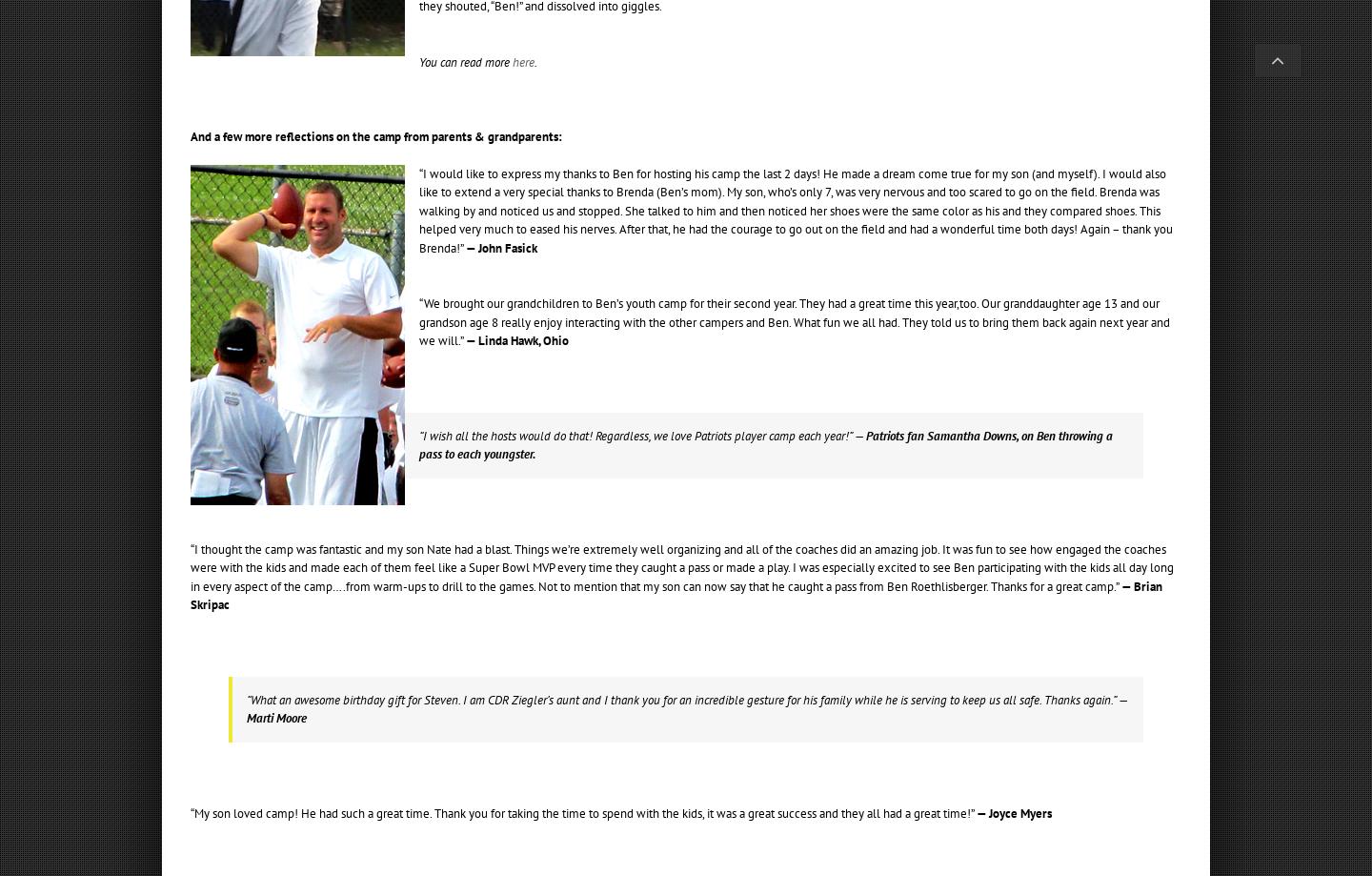  What do you see at coordinates (535, 61) in the screenshot?
I see `'.'` at bounding box center [535, 61].